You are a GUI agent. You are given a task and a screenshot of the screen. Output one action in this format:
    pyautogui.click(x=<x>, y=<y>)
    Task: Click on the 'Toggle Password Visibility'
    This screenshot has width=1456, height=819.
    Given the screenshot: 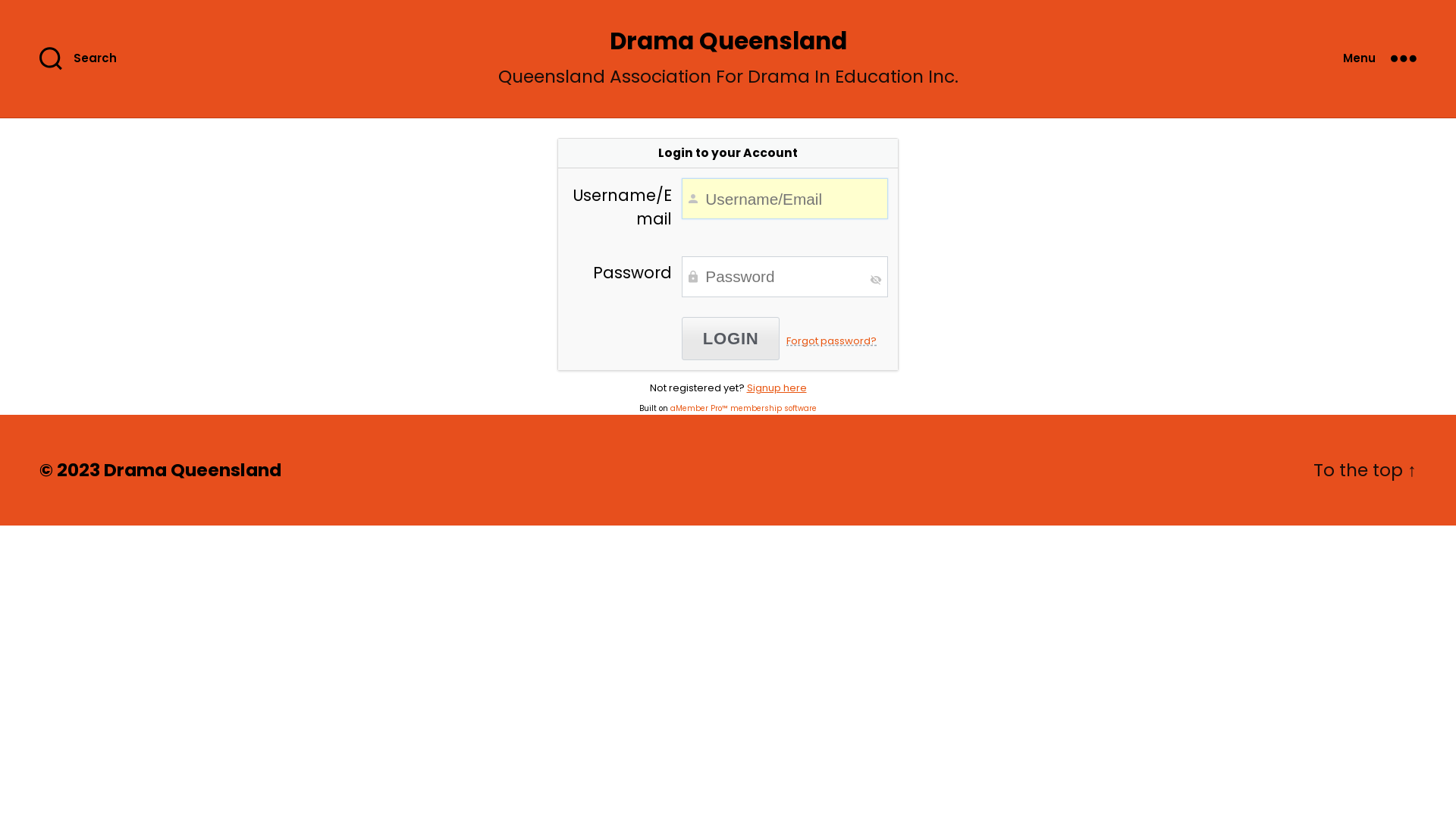 What is the action you would take?
    pyautogui.click(x=876, y=280)
    